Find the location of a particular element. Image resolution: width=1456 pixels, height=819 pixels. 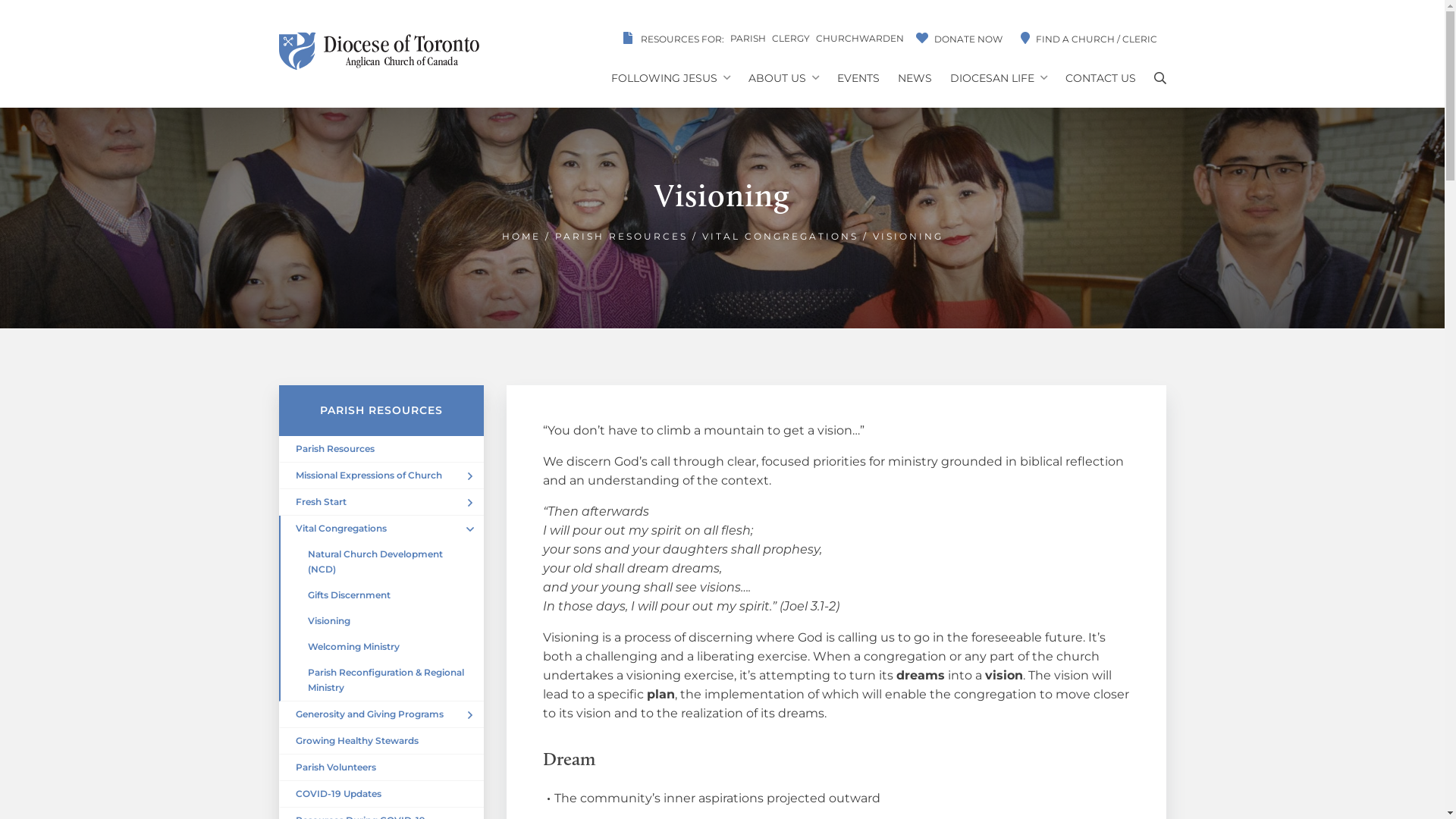

'Visioning' is located at coordinates (381, 620).